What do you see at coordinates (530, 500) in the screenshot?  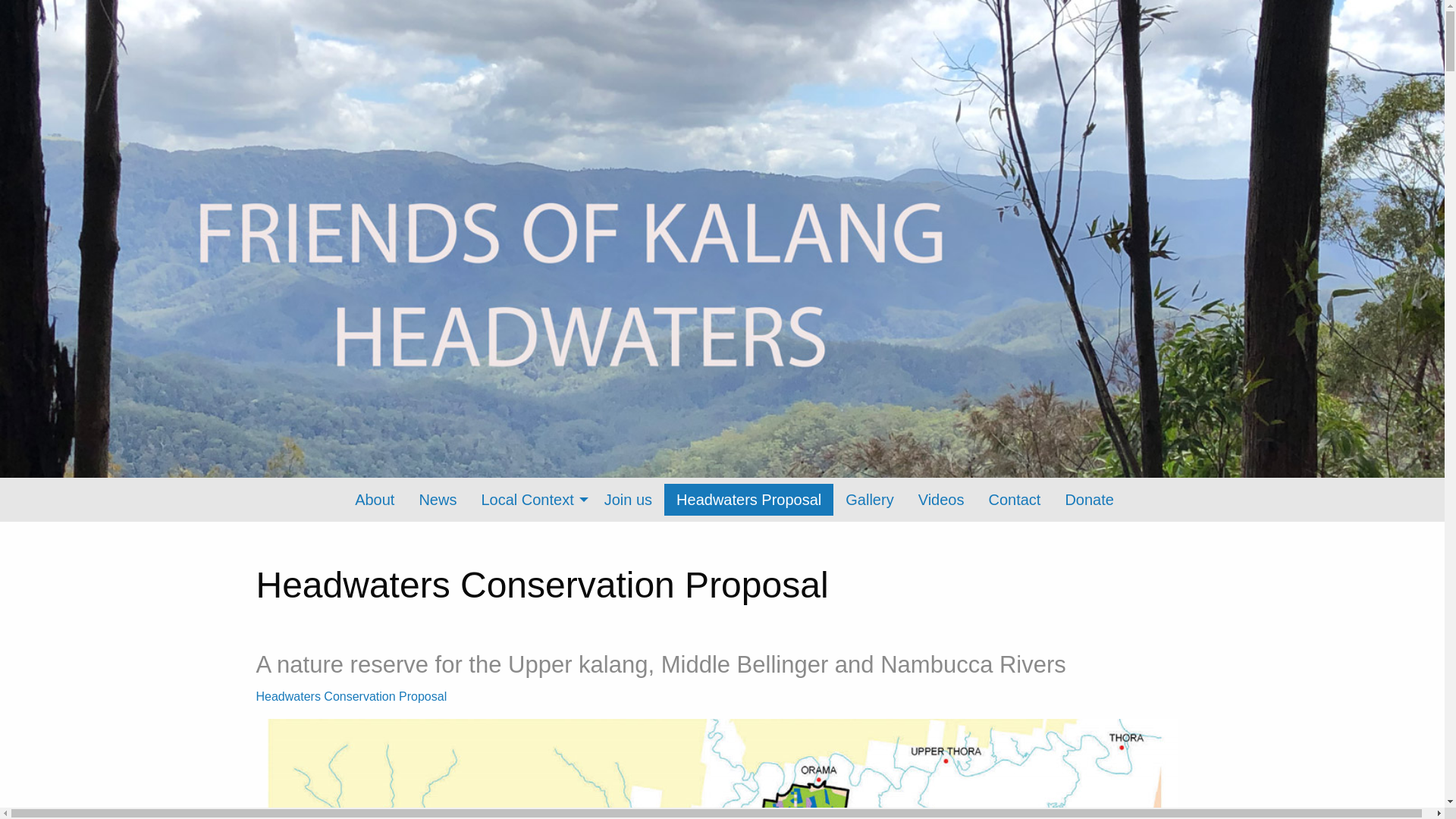 I see `'Local Context'` at bounding box center [530, 500].